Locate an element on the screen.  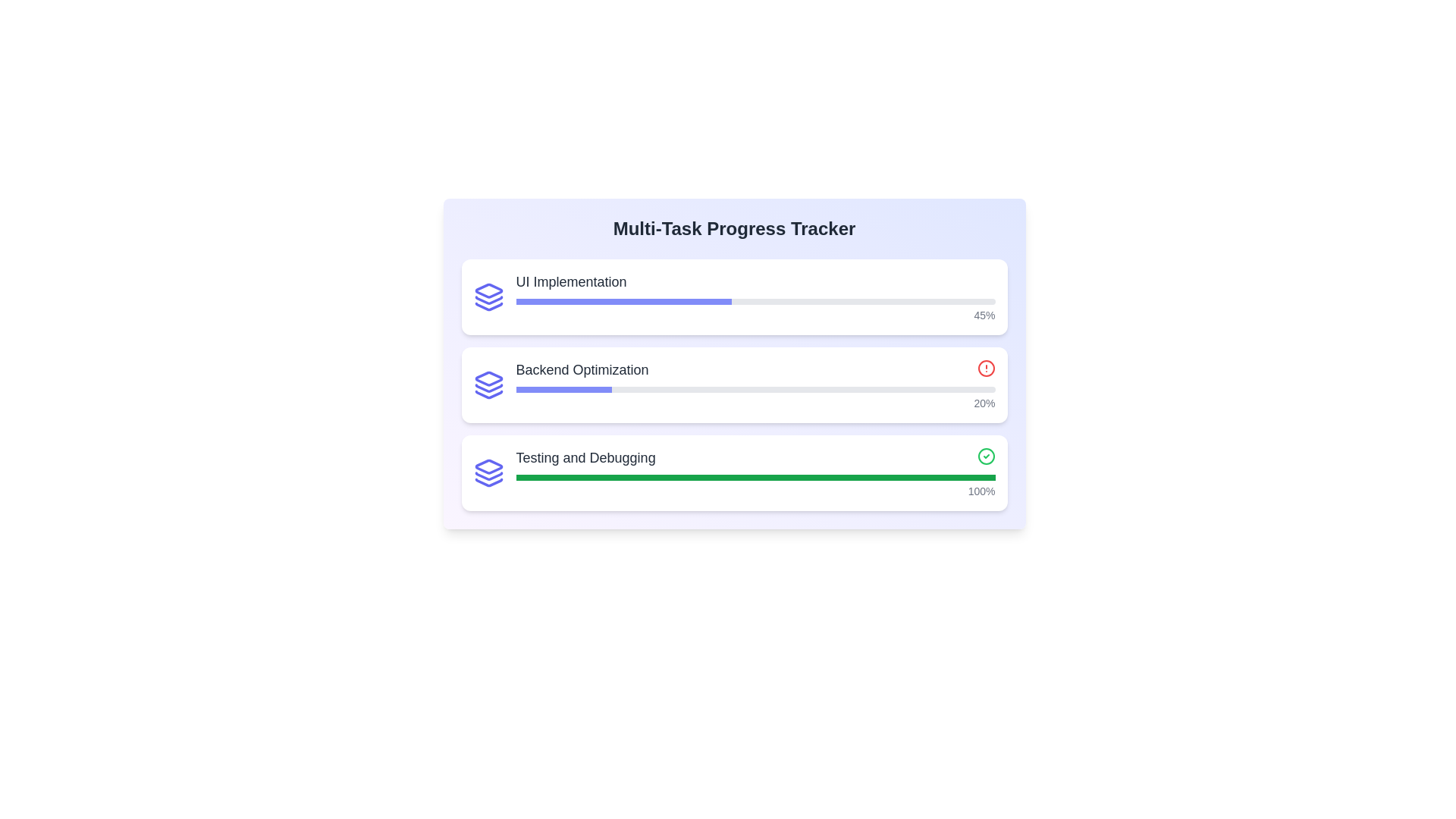
the Circle element inside the SVG graphical representation of the alert icon, which indicates a warning or error related to the 'Backend Optimization' task is located at coordinates (986, 369).